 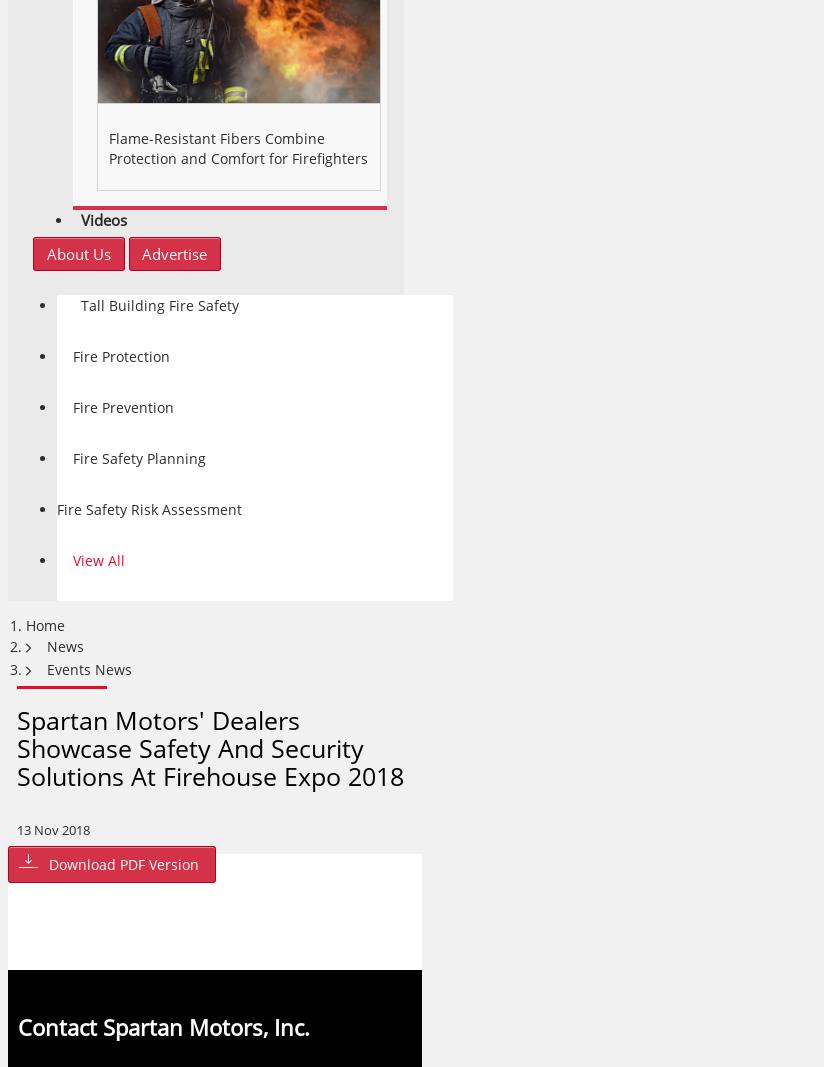 I want to click on 'Contact Spartan Motors, Inc.', so click(x=162, y=1026).